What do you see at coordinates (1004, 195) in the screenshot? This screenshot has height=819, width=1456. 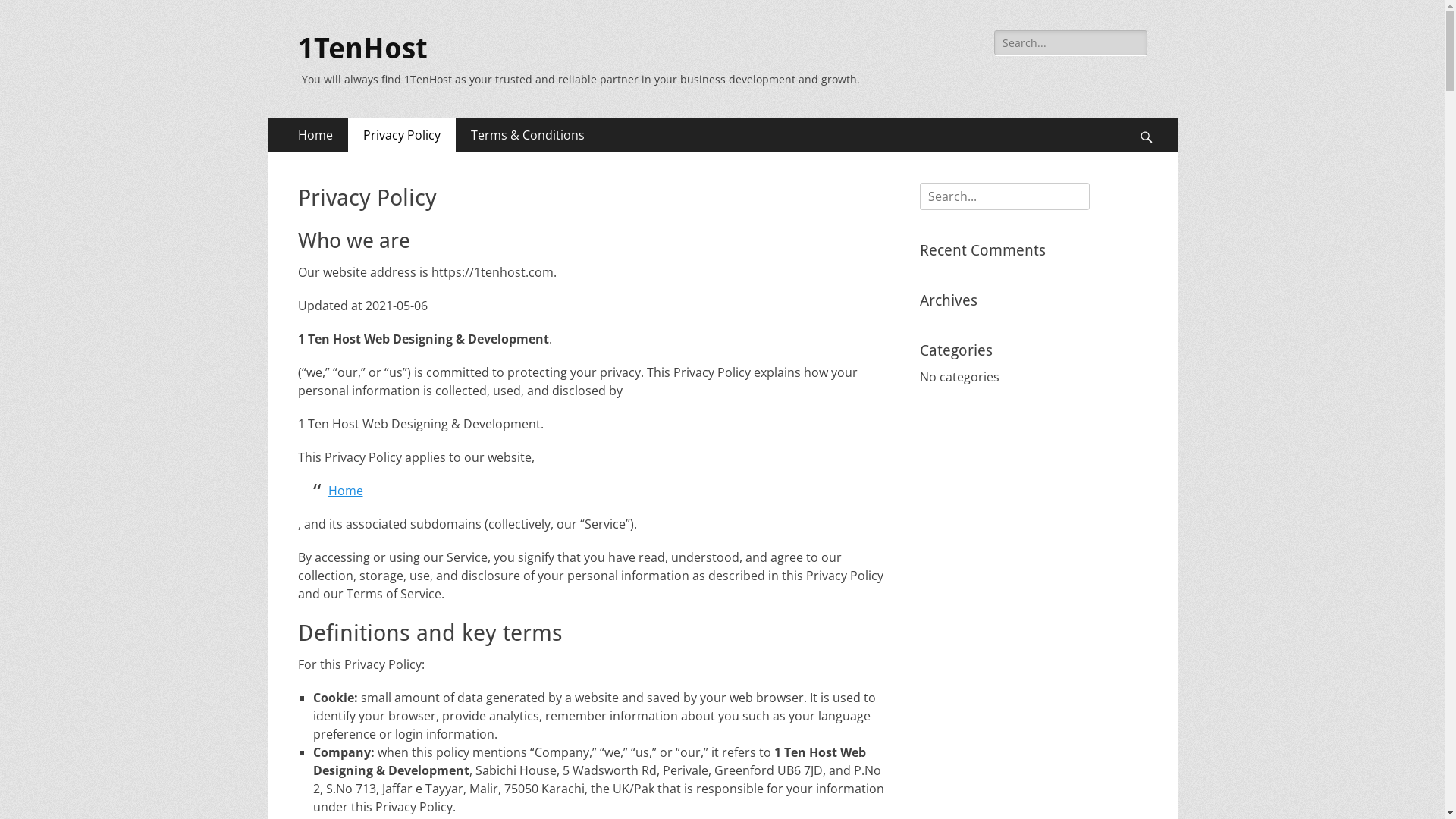 I see `'Search for:'` at bounding box center [1004, 195].